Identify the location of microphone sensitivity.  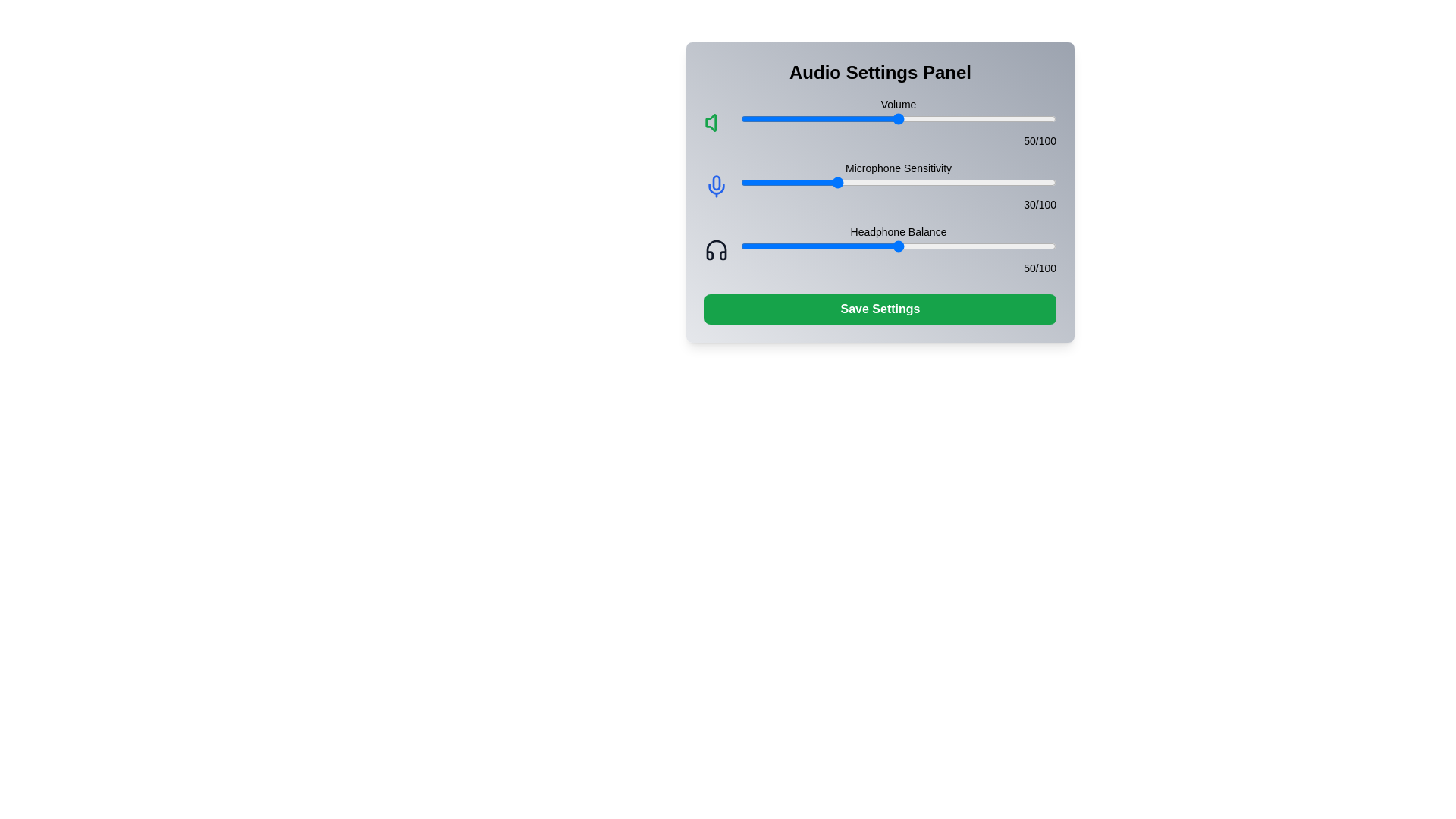
(883, 181).